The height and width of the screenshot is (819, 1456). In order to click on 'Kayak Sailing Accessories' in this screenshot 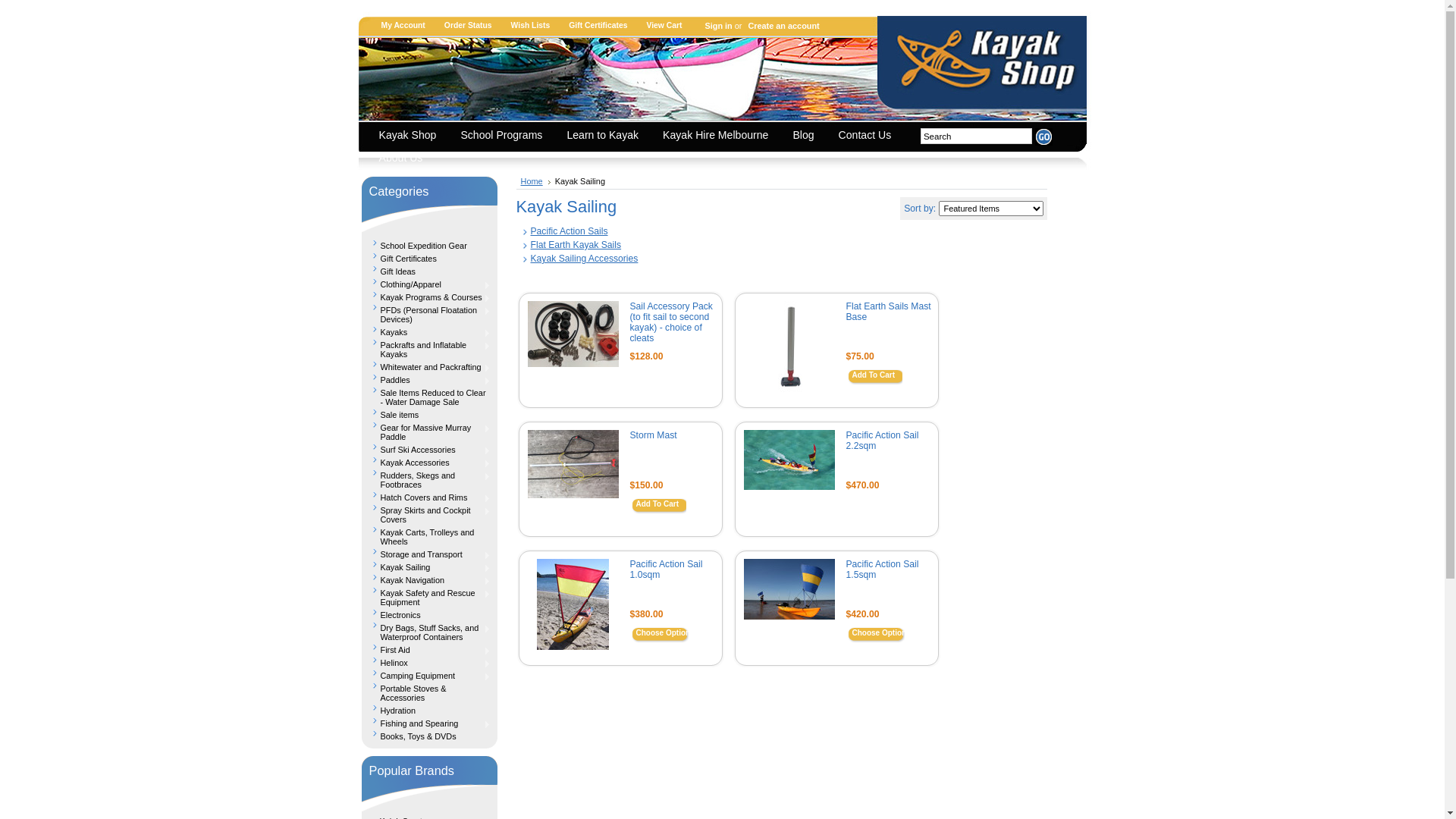, I will do `click(584, 257)`.